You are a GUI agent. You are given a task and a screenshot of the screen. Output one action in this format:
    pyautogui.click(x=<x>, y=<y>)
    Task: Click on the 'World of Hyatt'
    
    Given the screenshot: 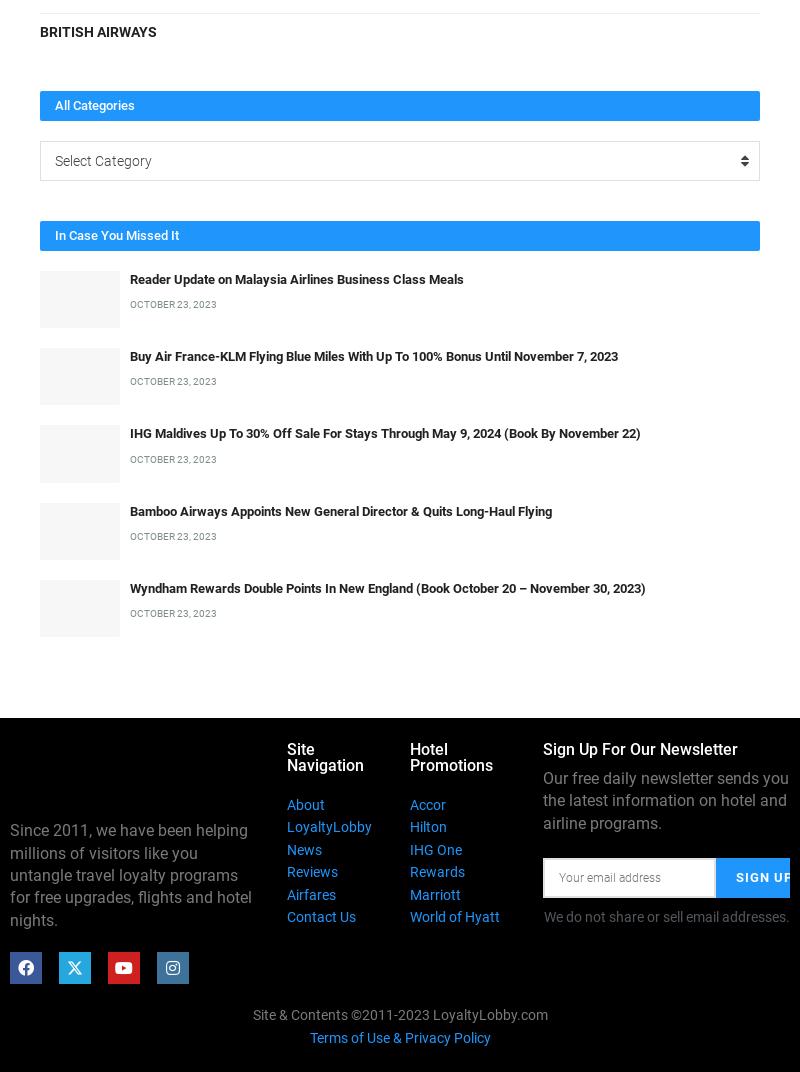 What is the action you would take?
    pyautogui.click(x=453, y=916)
    